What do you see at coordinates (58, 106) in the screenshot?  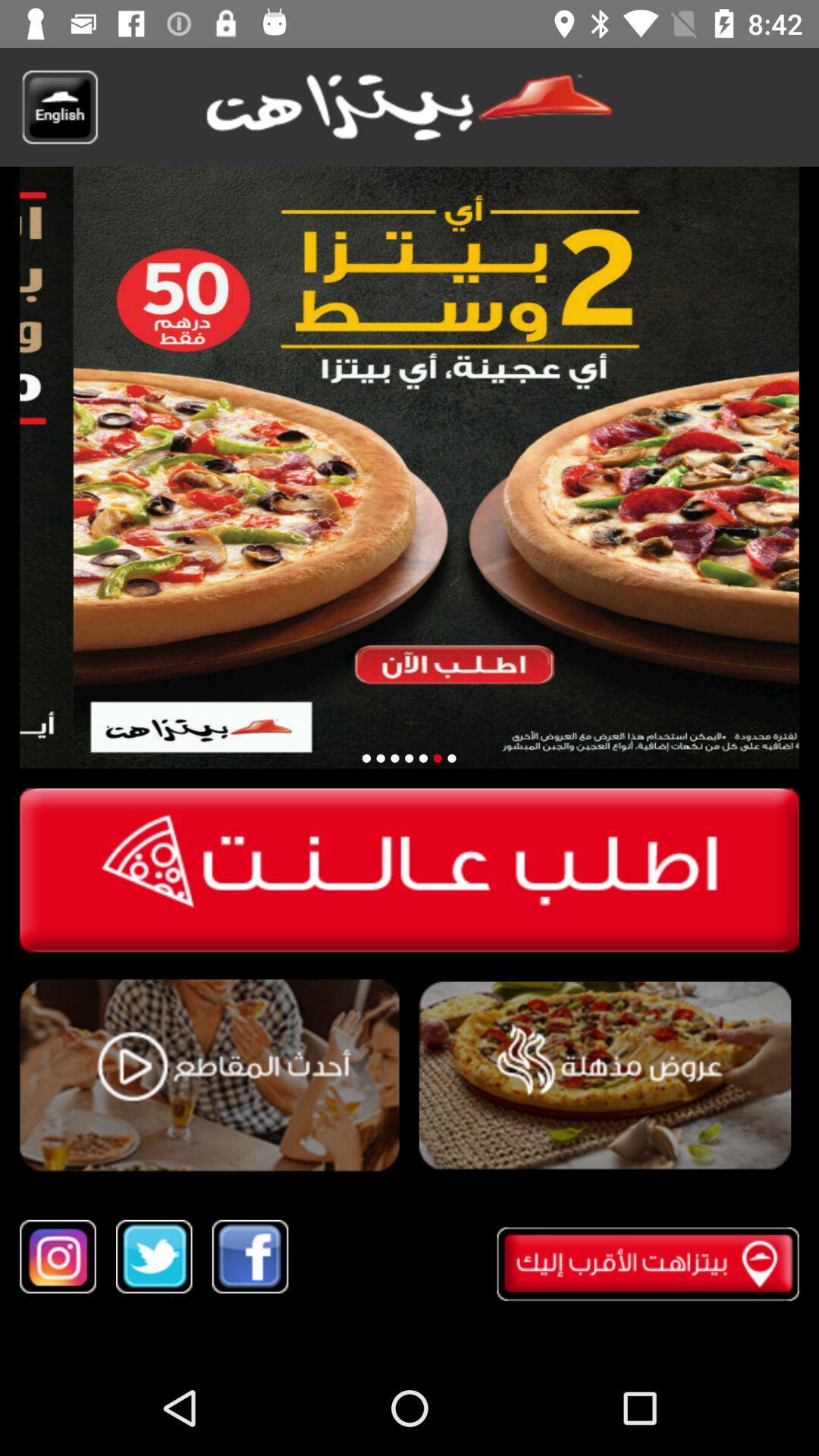 I see `to translate english` at bounding box center [58, 106].